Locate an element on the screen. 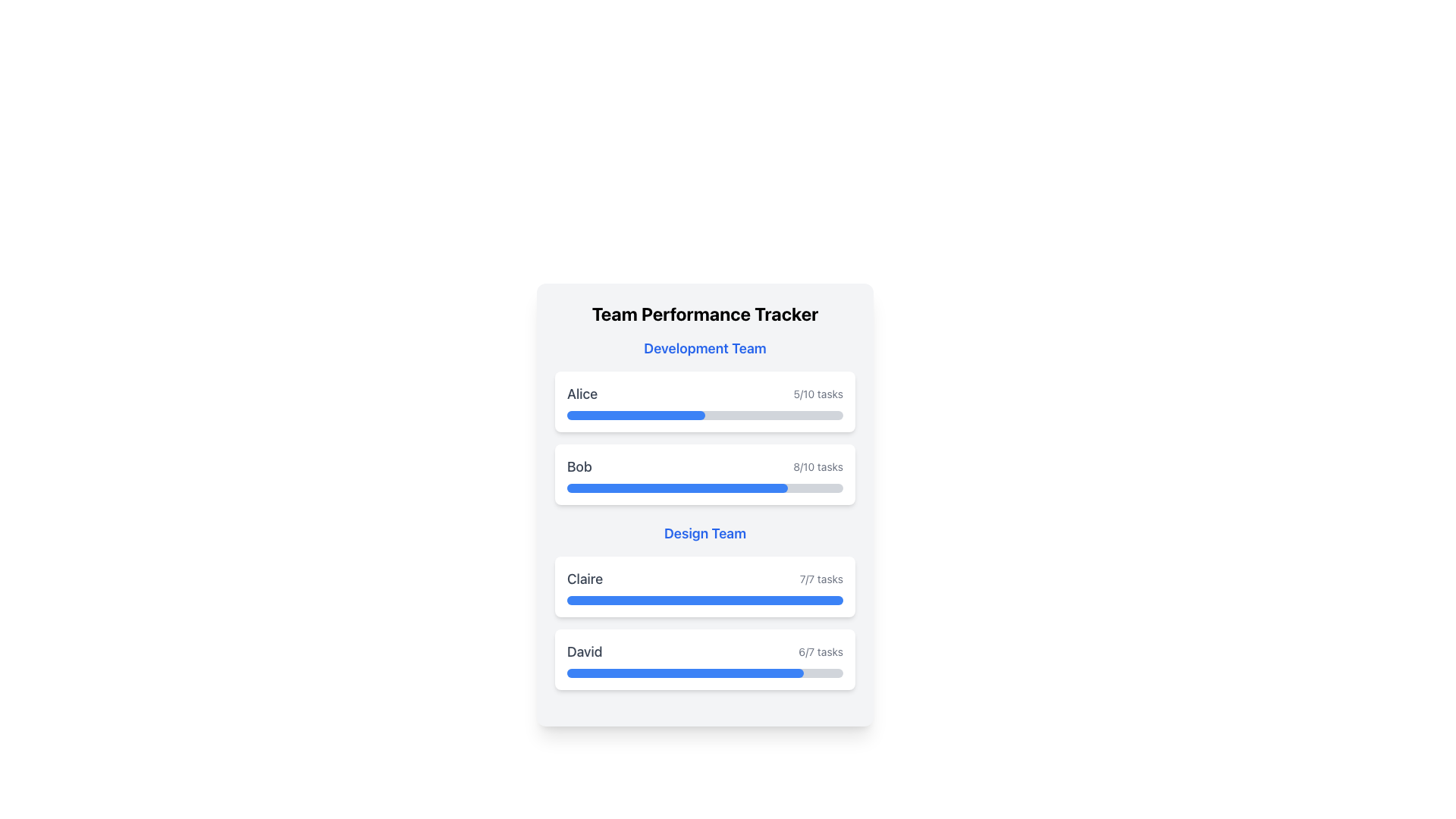 The width and height of the screenshot is (1456, 819). prominent header text block labeled 'Team Performance Tracker', which is bold and large, positioned at the top of the interface is located at coordinates (704, 312).